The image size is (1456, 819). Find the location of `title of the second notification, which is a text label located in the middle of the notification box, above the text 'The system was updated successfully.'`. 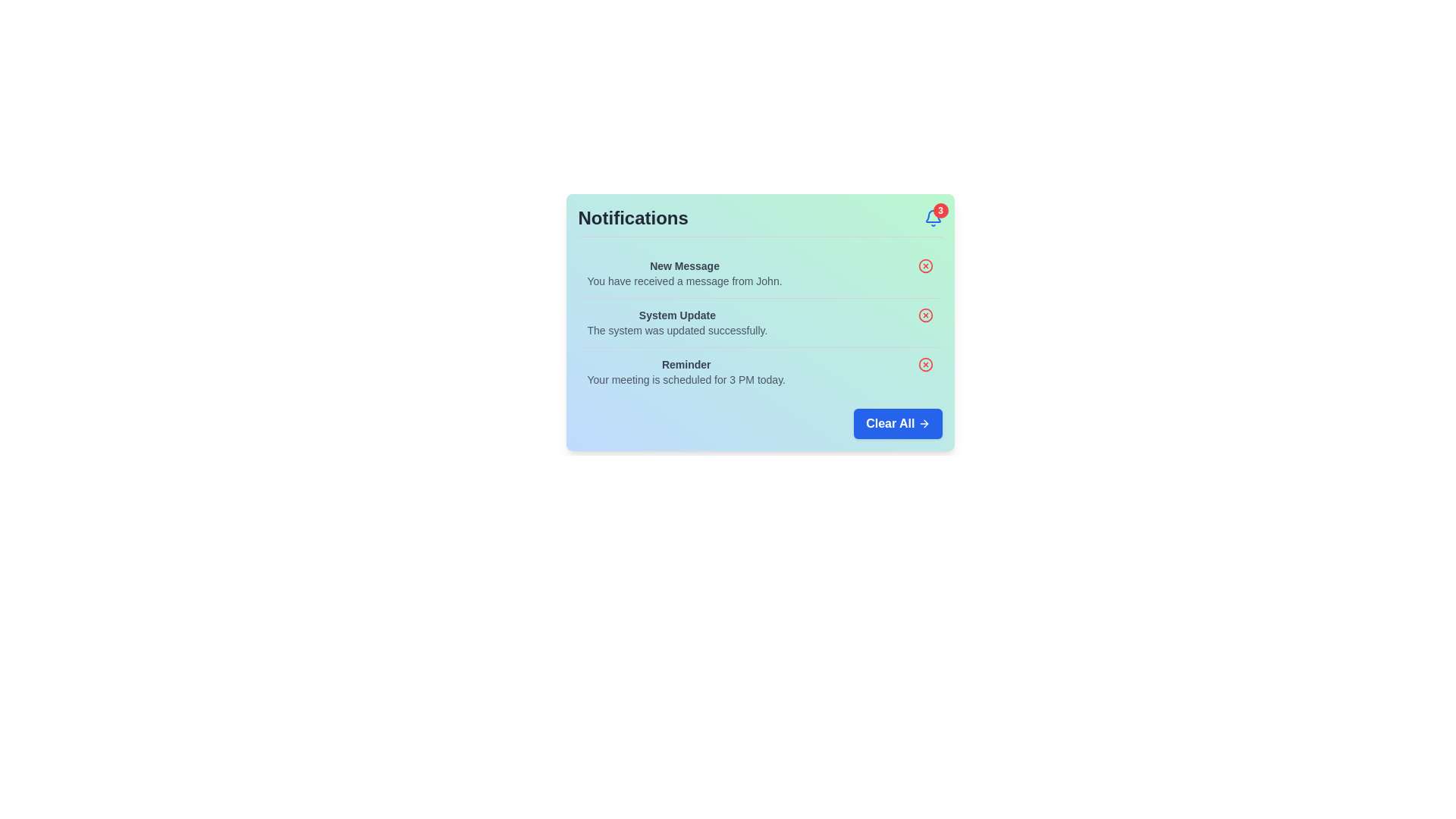

title of the second notification, which is a text label located in the middle of the notification box, above the text 'The system was updated successfully.' is located at coordinates (676, 315).